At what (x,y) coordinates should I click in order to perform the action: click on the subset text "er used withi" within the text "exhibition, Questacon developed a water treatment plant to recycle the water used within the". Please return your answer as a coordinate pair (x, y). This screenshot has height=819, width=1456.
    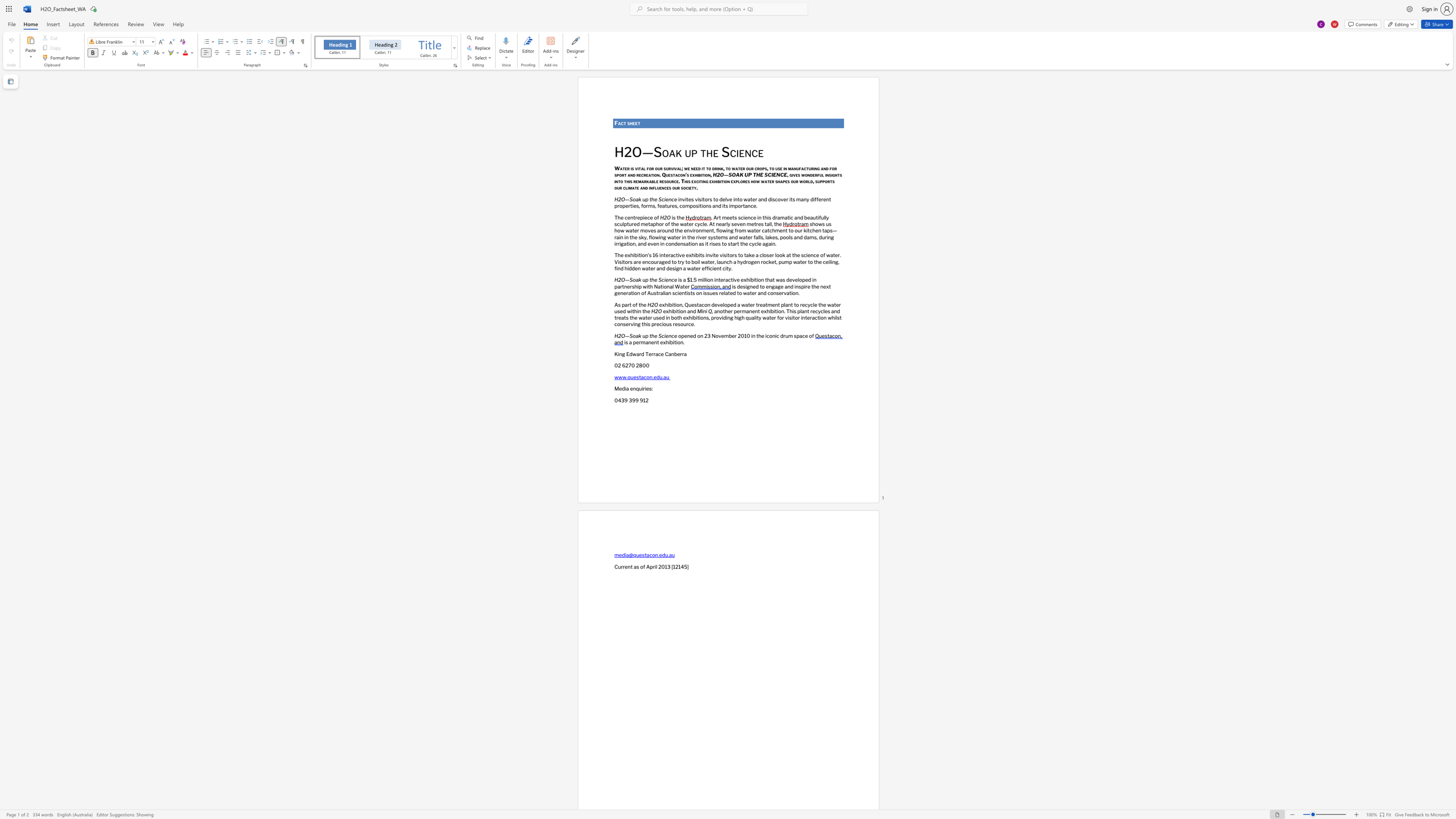
    Looking at the image, I should click on (835, 304).